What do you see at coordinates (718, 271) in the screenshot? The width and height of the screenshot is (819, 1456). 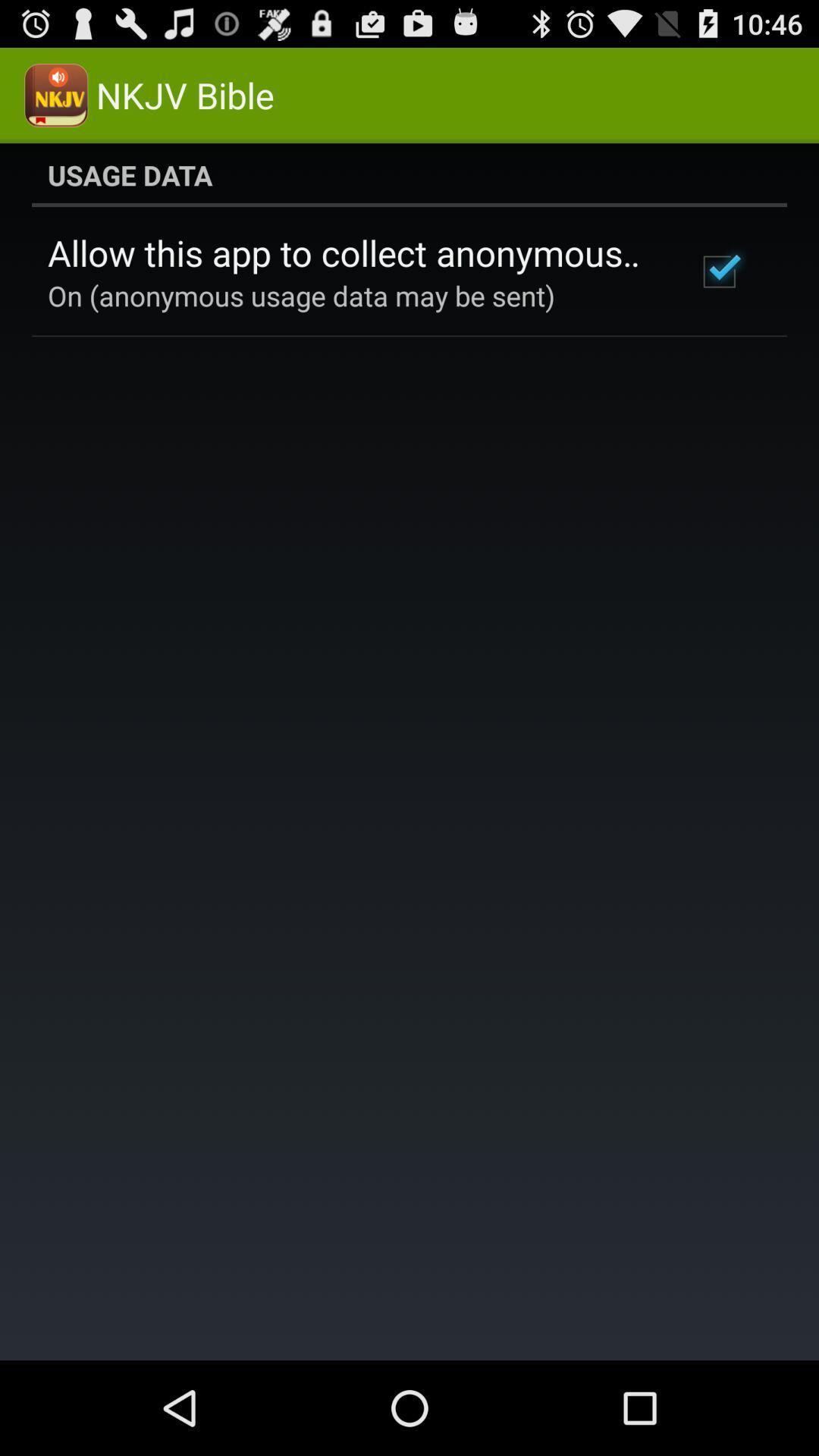 I see `the icon at the top right corner` at bounding box center [718, 271].